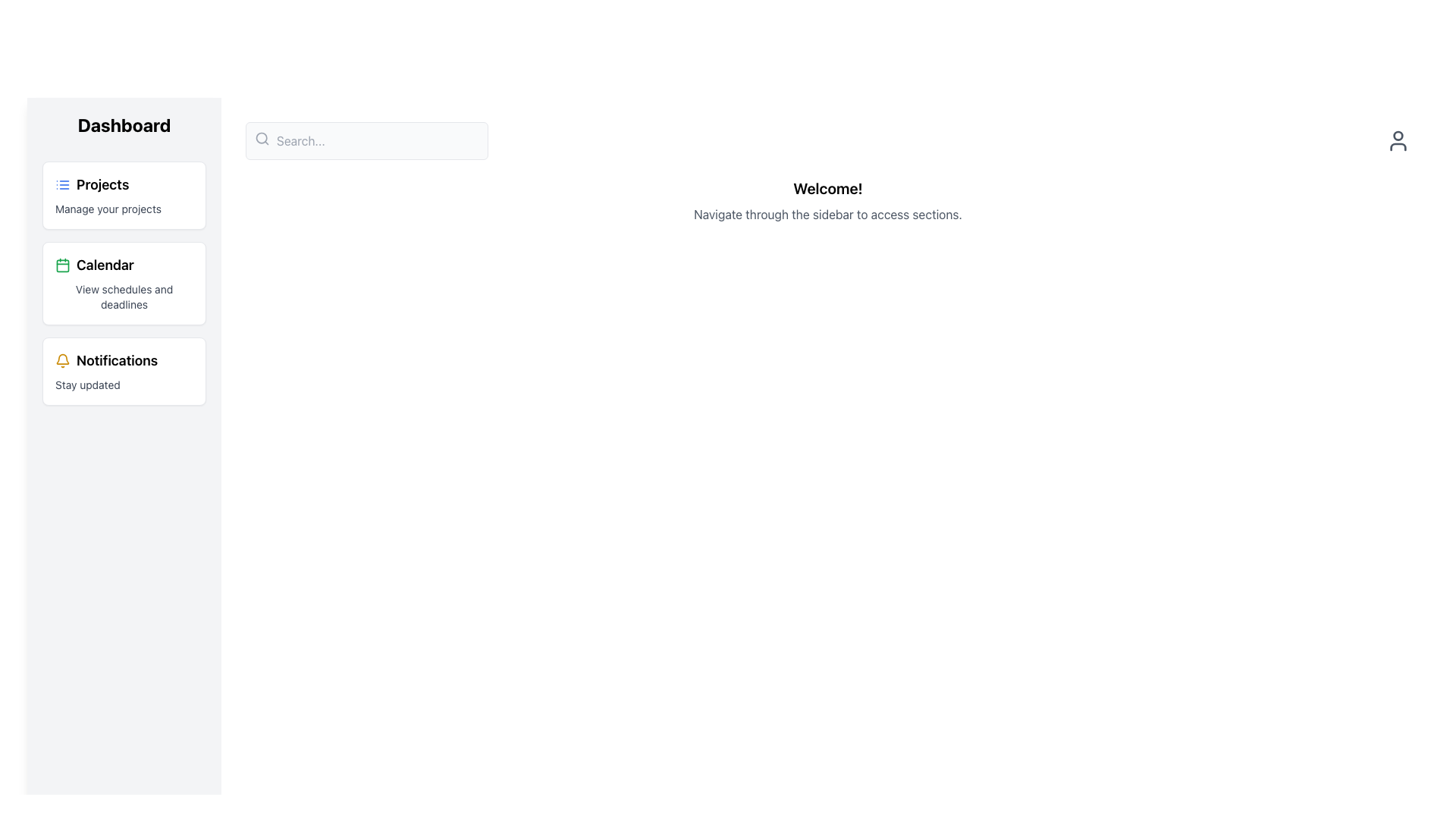 This screenshot has height=819, width=1456. I want to click on the text label displaying 'View schedules and deadlines' located below the 'Calendar' heading in the sidebar, so click(124, 297).